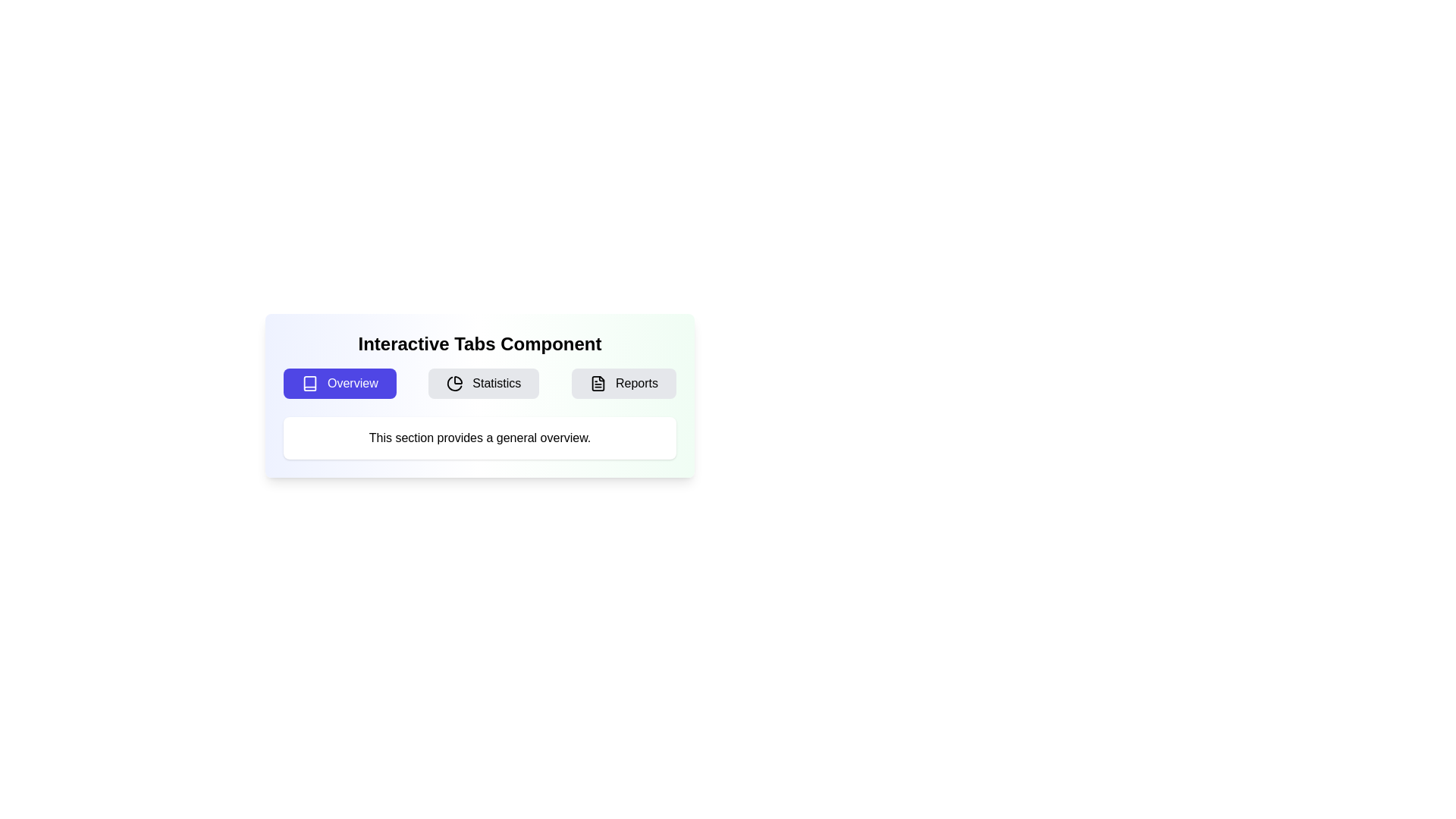 This screenshot has width=1456, height=819. Describe the element at coordinates (623, 382) in the screenshot. I see `the 'Reports' button, which is the third button in a row of three` at that location.